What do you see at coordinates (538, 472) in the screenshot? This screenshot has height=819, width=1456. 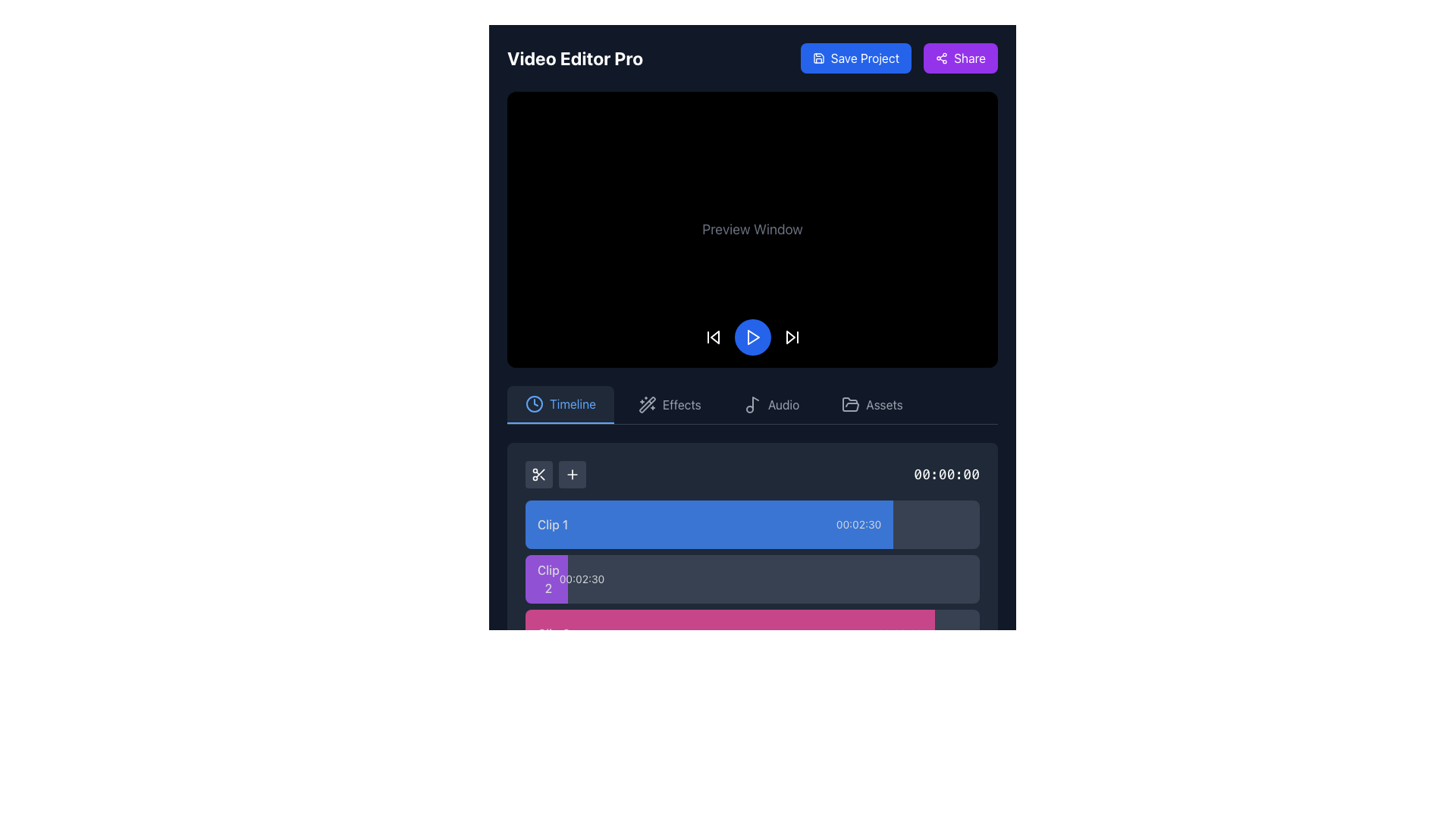 I see `the 'cut' button located in the bottom-left portion of the interface, which is the leftmost button in a horizontal set of two buttons` at bounding box center [538, 472].